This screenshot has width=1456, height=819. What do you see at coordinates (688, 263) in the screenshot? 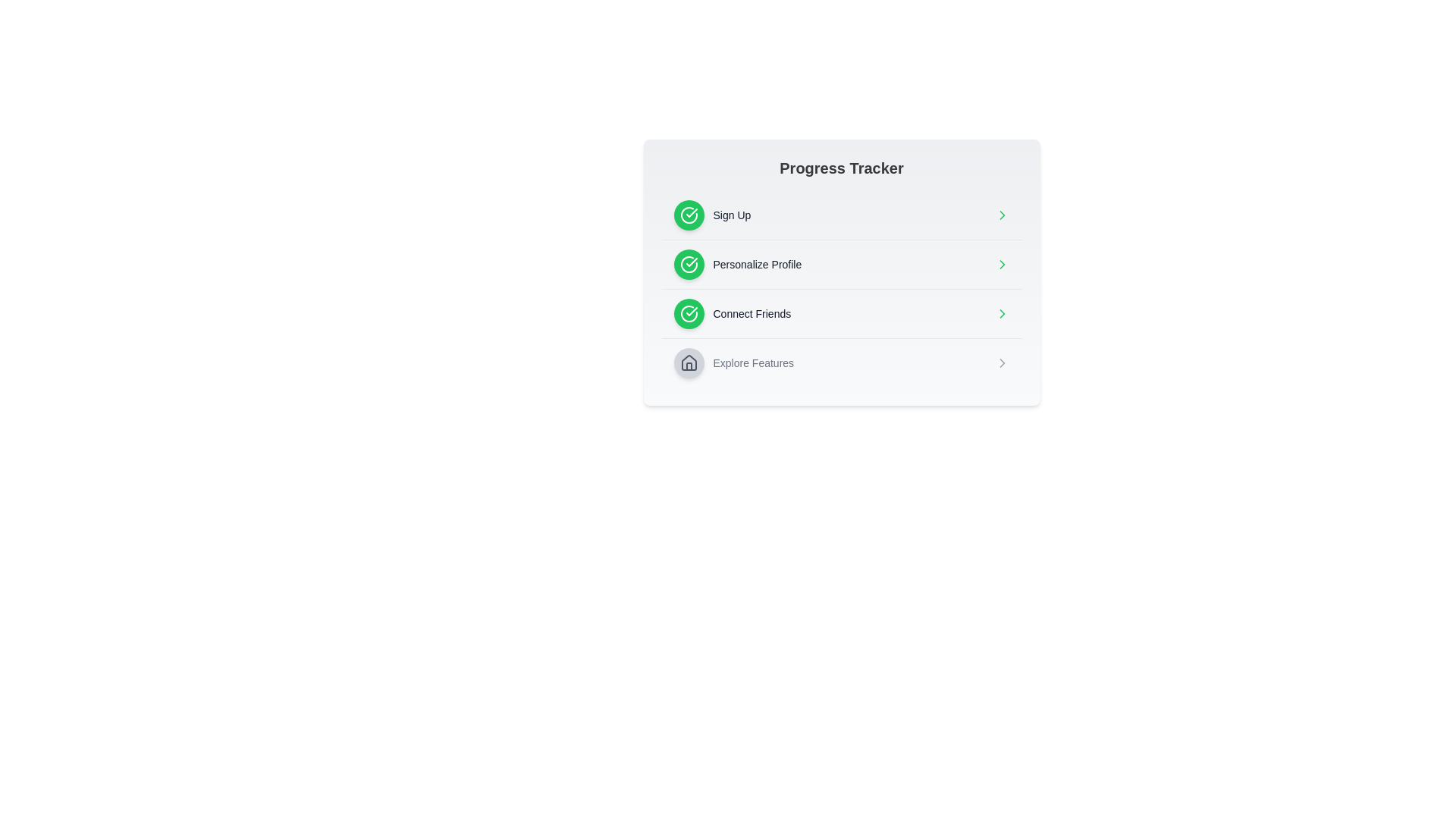
I see `the second circular checkmark icon with a green background indicating successful completion, positioned left of the 'Personalize Profile' label` at bounding box center [688, 263].